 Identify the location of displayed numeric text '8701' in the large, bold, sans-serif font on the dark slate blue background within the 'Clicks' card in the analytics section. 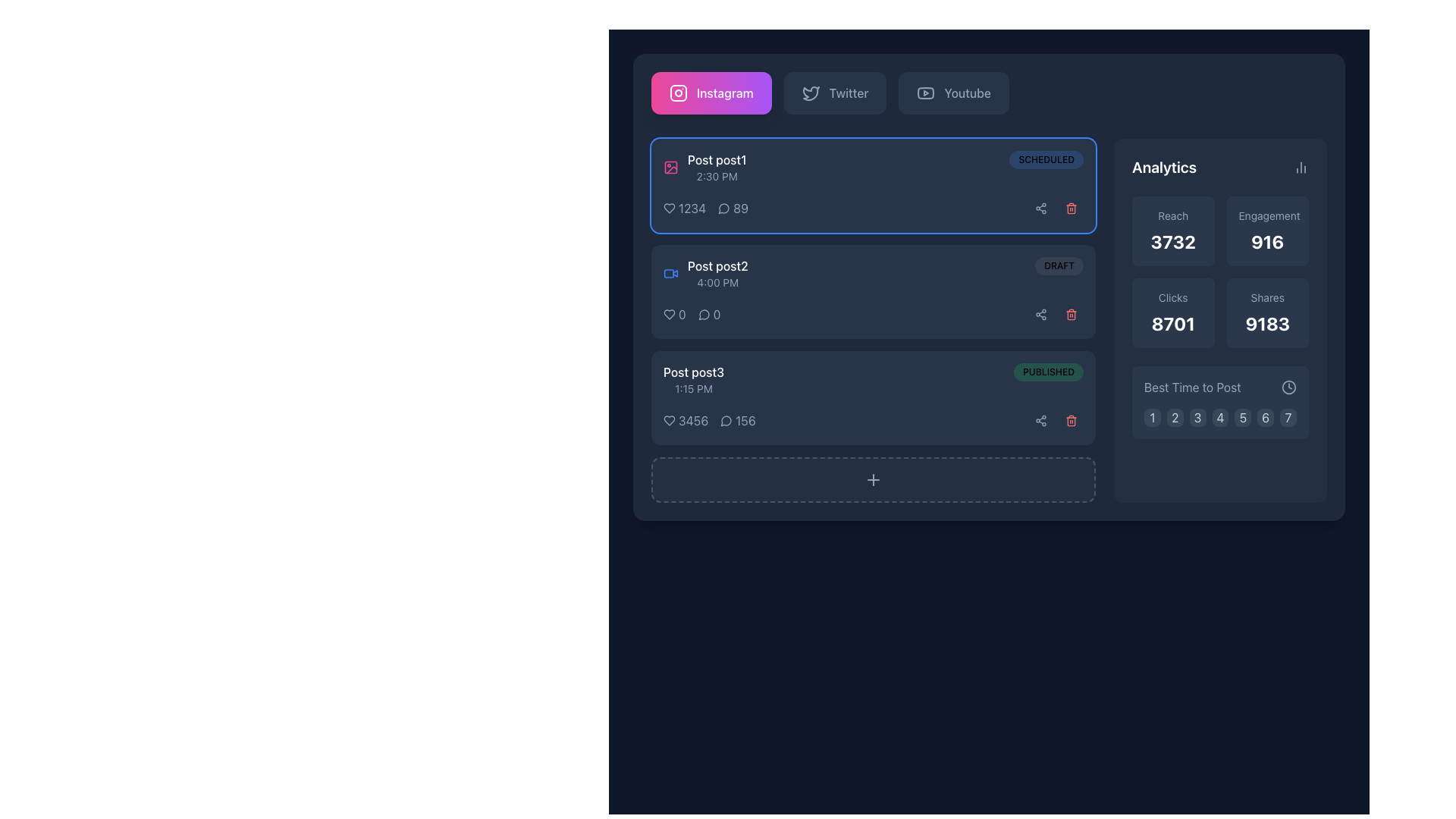
(1172, 323).